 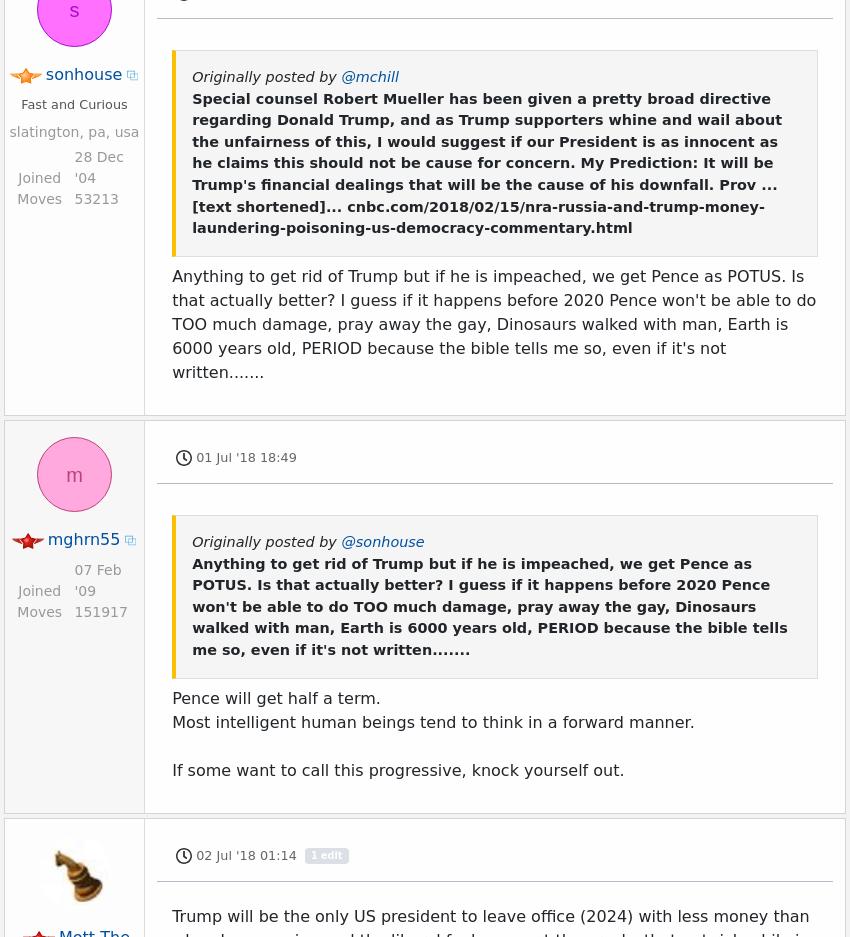 What do you see at coordinates (476, 923) in the screenshot?
I see `'Site FAQ'` at bounding box center [476, 923].